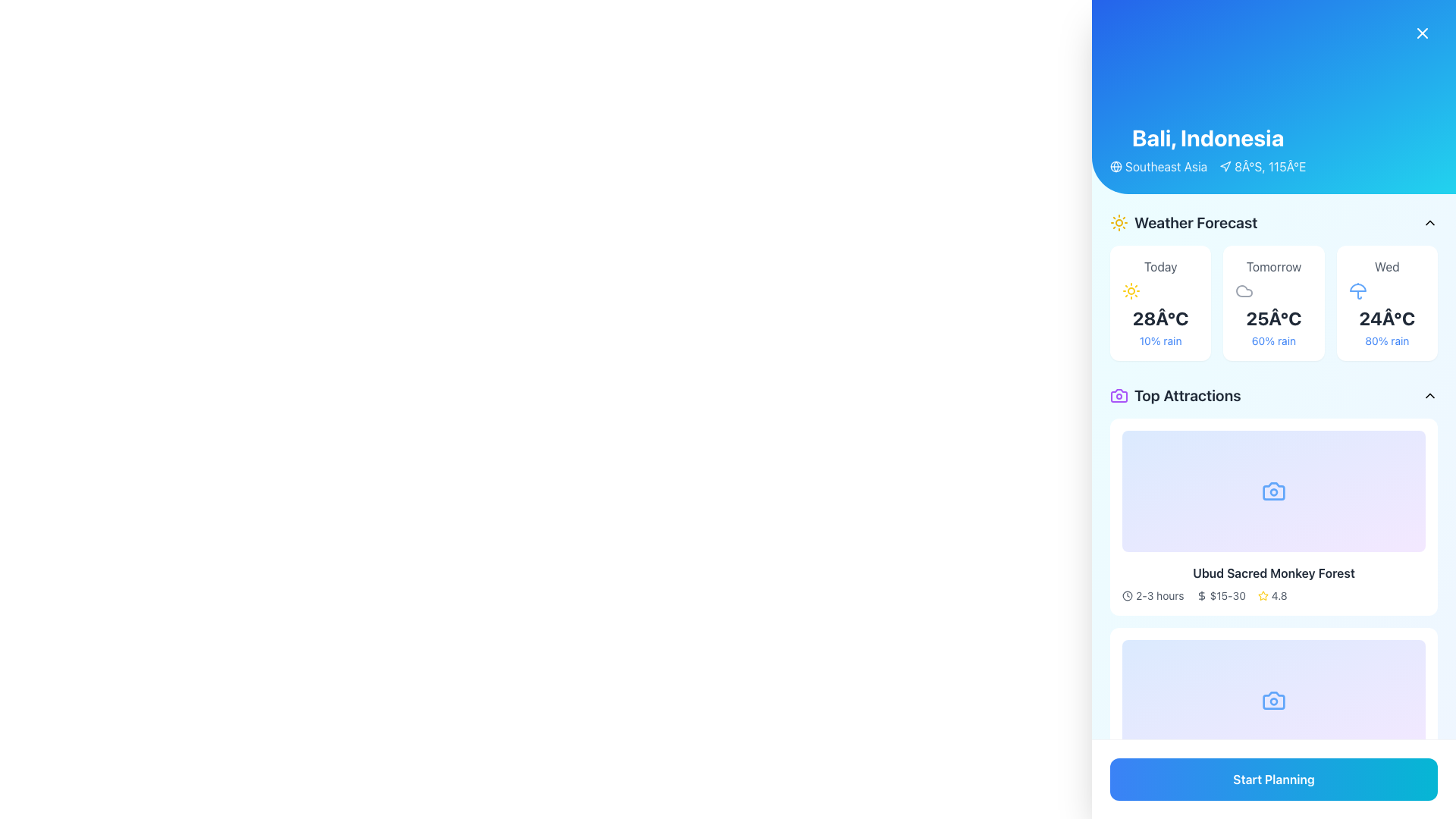 Image resolution: width=1456 pixels, height=819 pixels. What do you see at coordinates (1221, 595) in the screenshot?
I see `the cost-related information provided by the Text Label located in the 'Top Attractions' section, specifically beneath an image placeholder and next to the numerical entry '2-3 hours' and rating value '4.8'` at bounding box center [1221, 595].